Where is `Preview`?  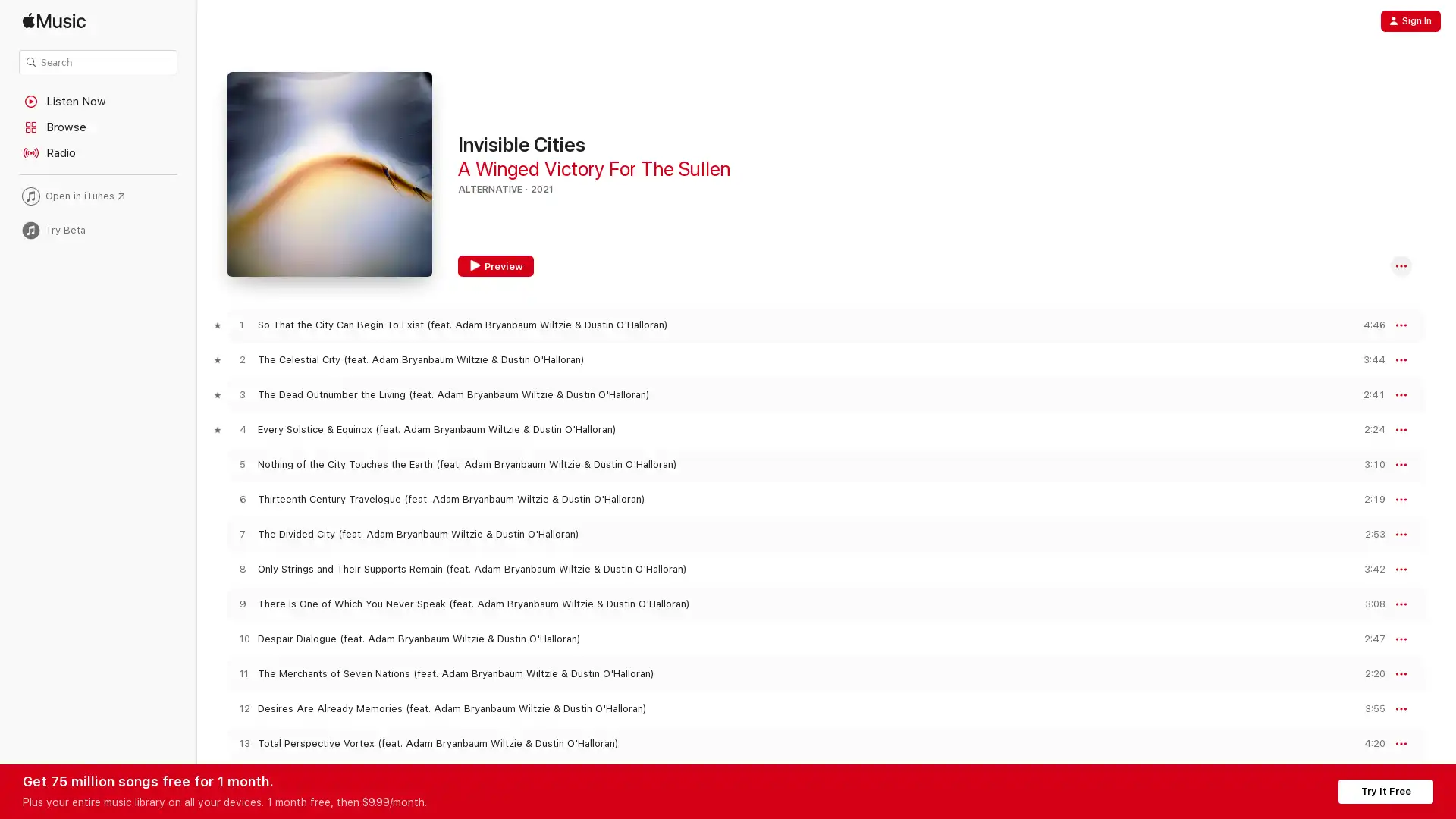 Preview is located at coordinates (1368, 533).